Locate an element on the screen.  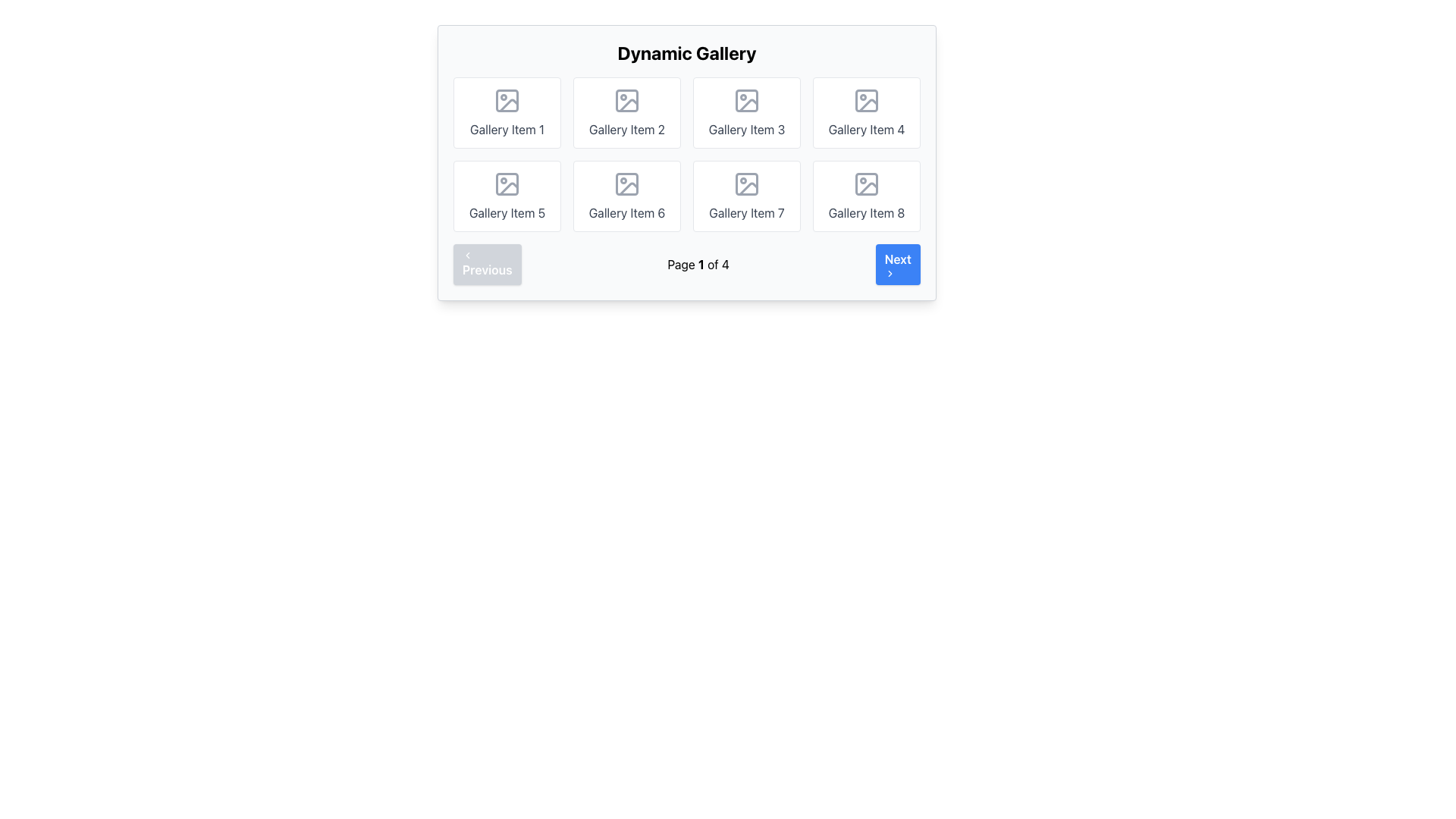
the text display that shows 'Page 1 of 4' located centrally in the navigation bar below the gallery, positioned between the 'Previous' and 'Next' buttons is located at coordinates (698, 263).